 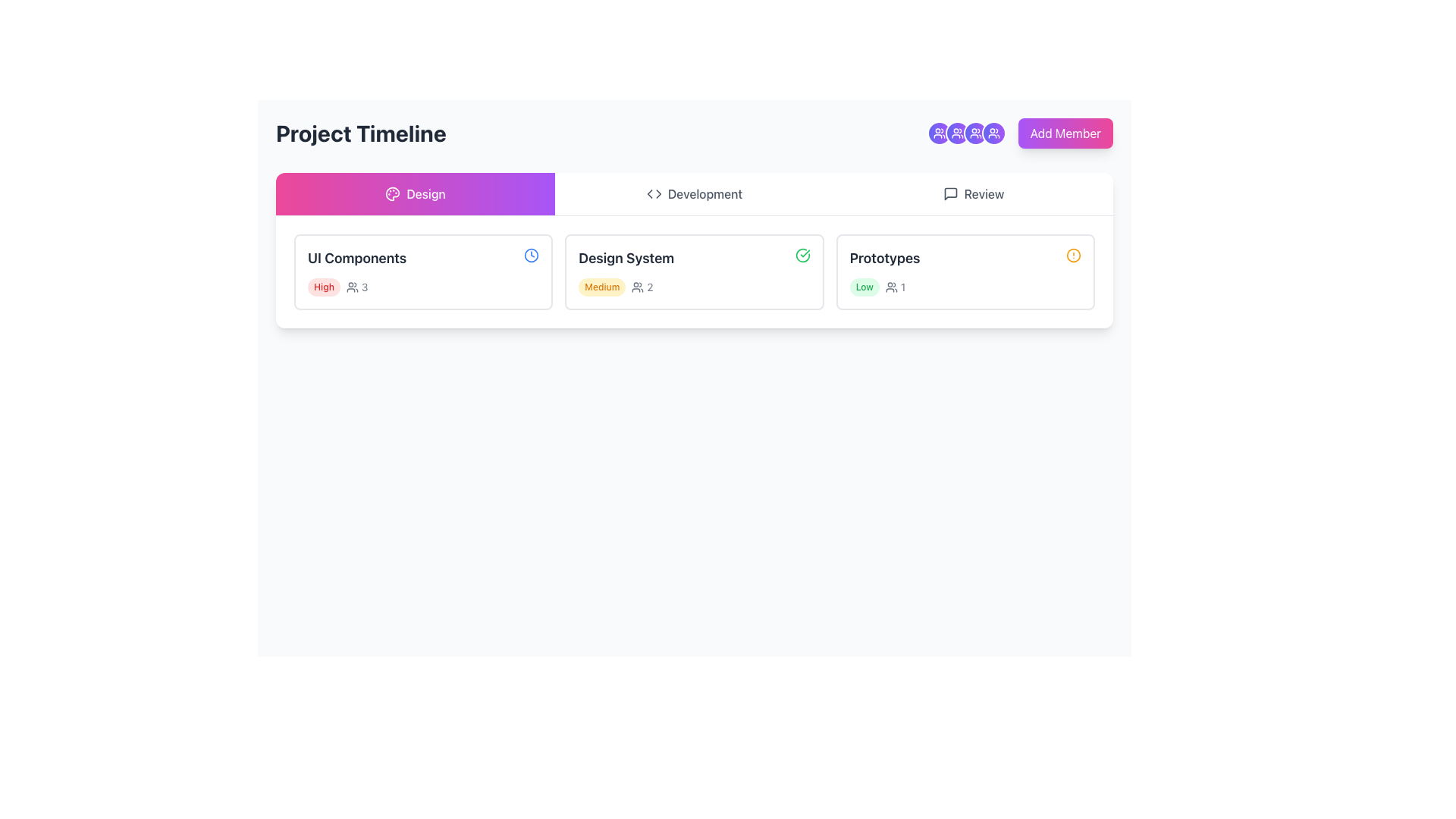 What do you see at coordinates (895, 287) in the screenshot?
I see `the Count indicator with icon displaying the number '1' next to the 'Low' label in the 'Prototypes' card` at bounding box center [895, 287].